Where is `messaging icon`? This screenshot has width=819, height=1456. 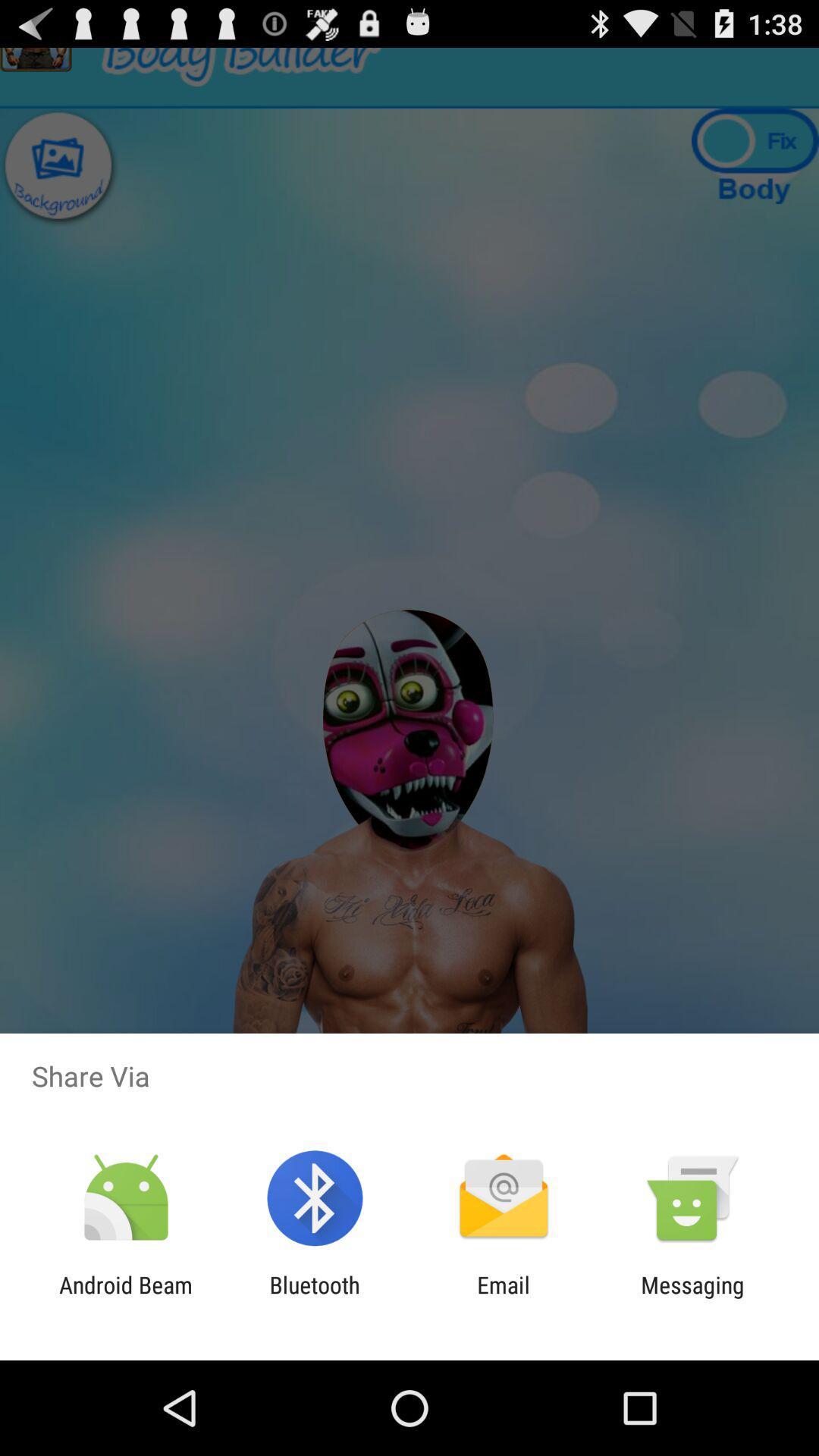
messaging icon is located at coordinates (692, 1298).